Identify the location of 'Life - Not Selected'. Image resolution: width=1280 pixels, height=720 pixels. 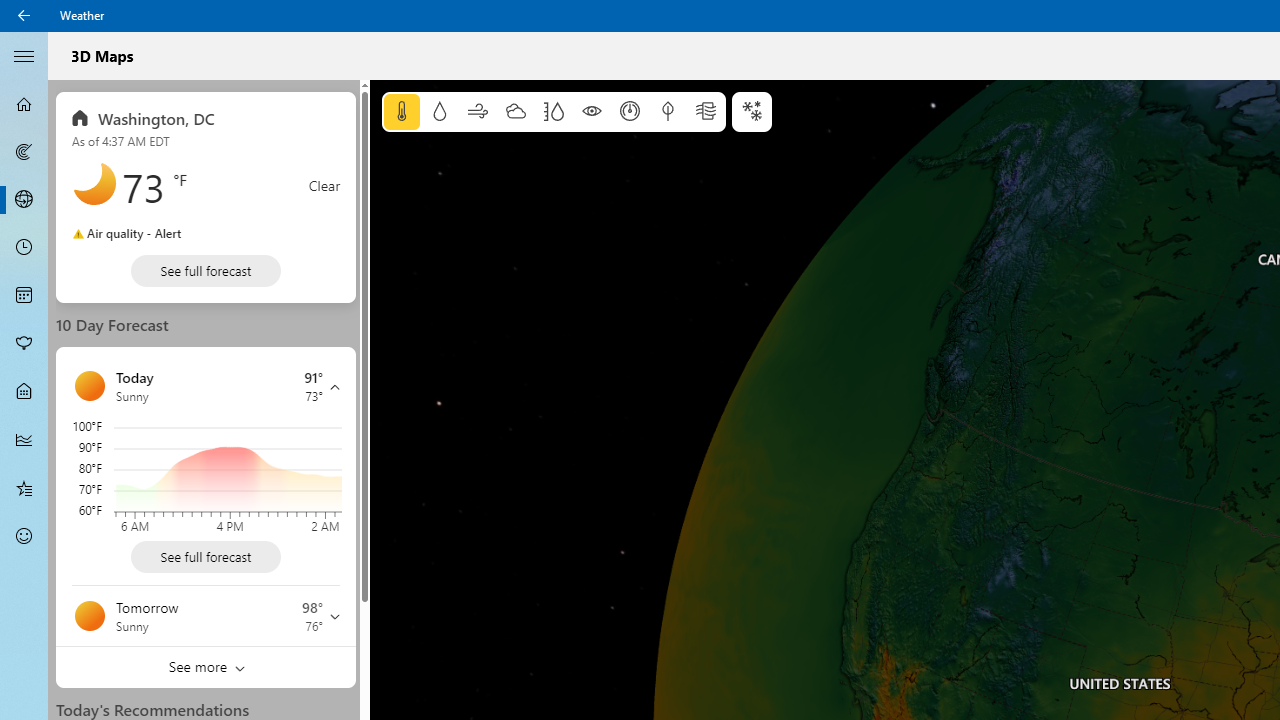
(24, 392).